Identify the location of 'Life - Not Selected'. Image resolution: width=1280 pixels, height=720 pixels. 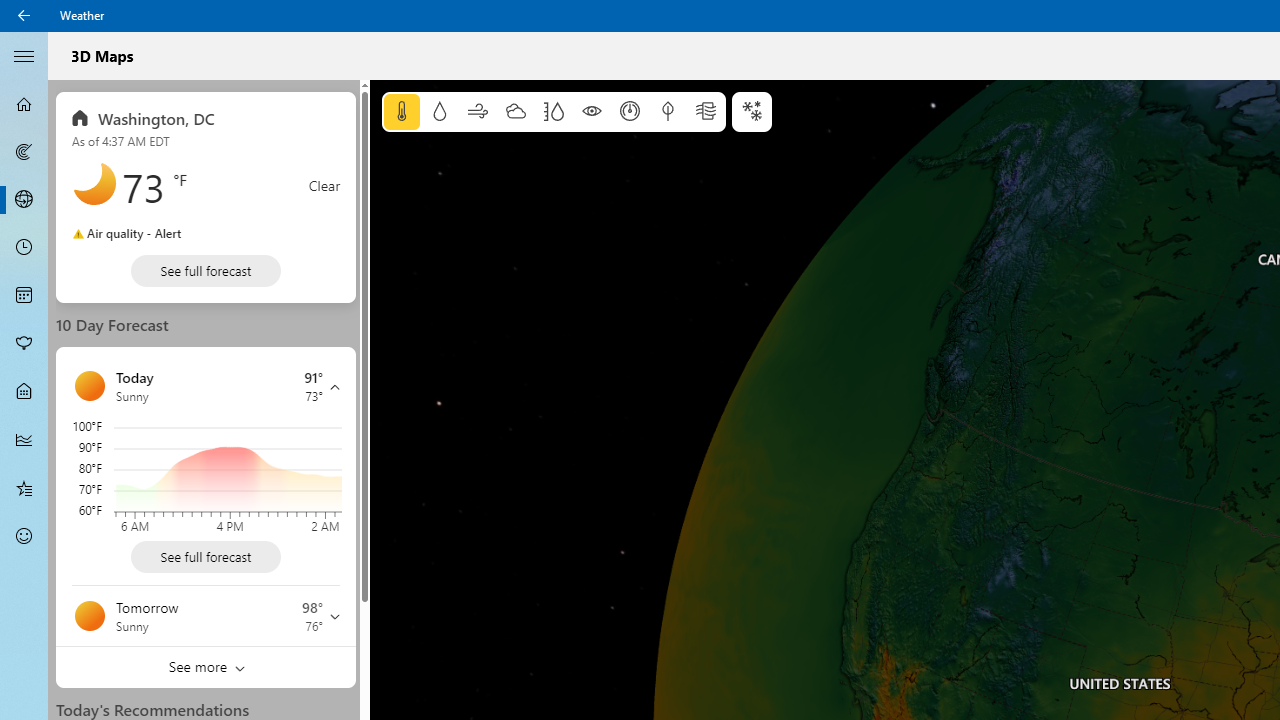
(24, 392).